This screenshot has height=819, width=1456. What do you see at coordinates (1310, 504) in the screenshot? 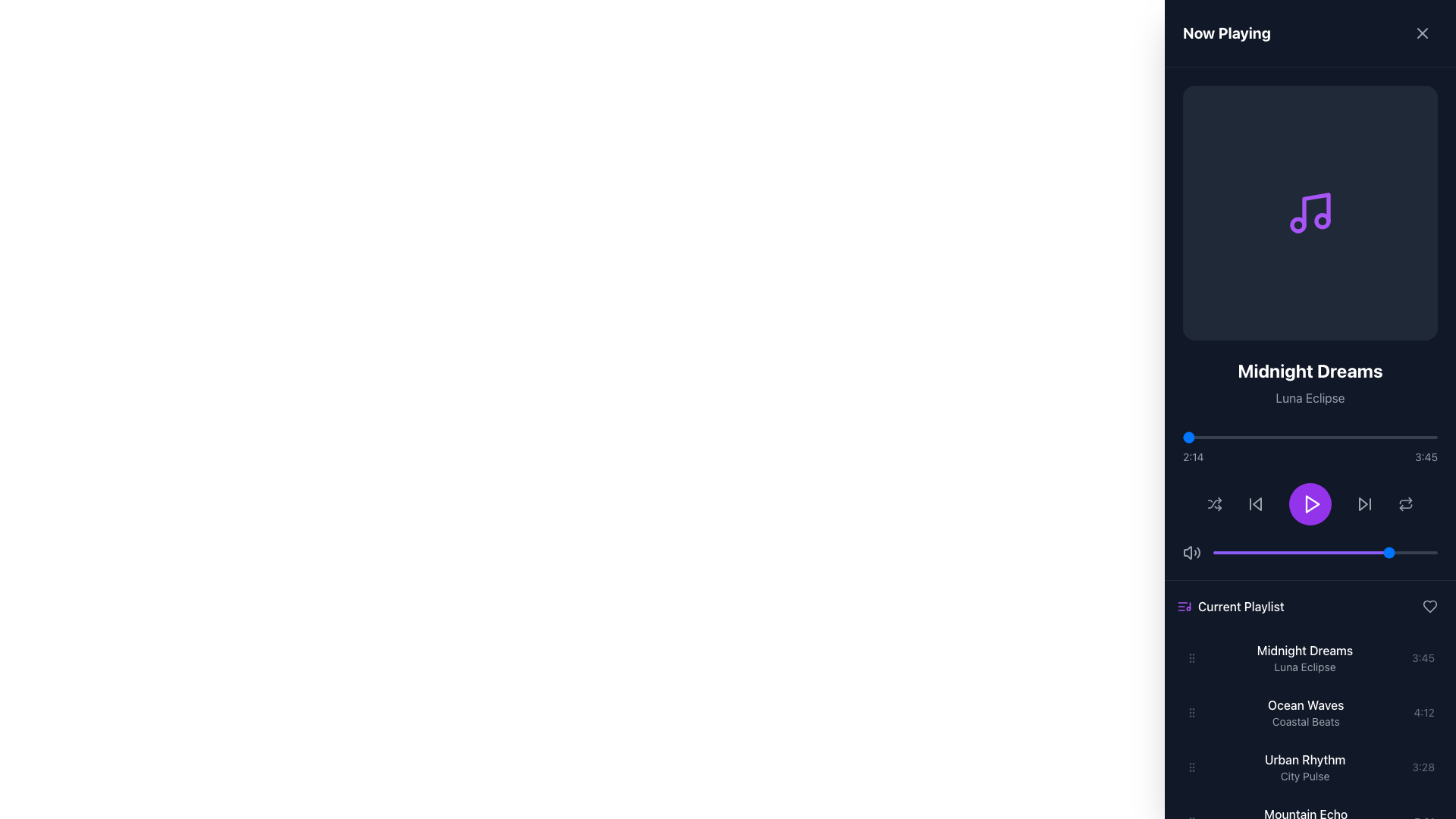
I see `the triangular play button icon within the purple circular button located in the center of the media control area to play media` at bounding box center [1310, 504].